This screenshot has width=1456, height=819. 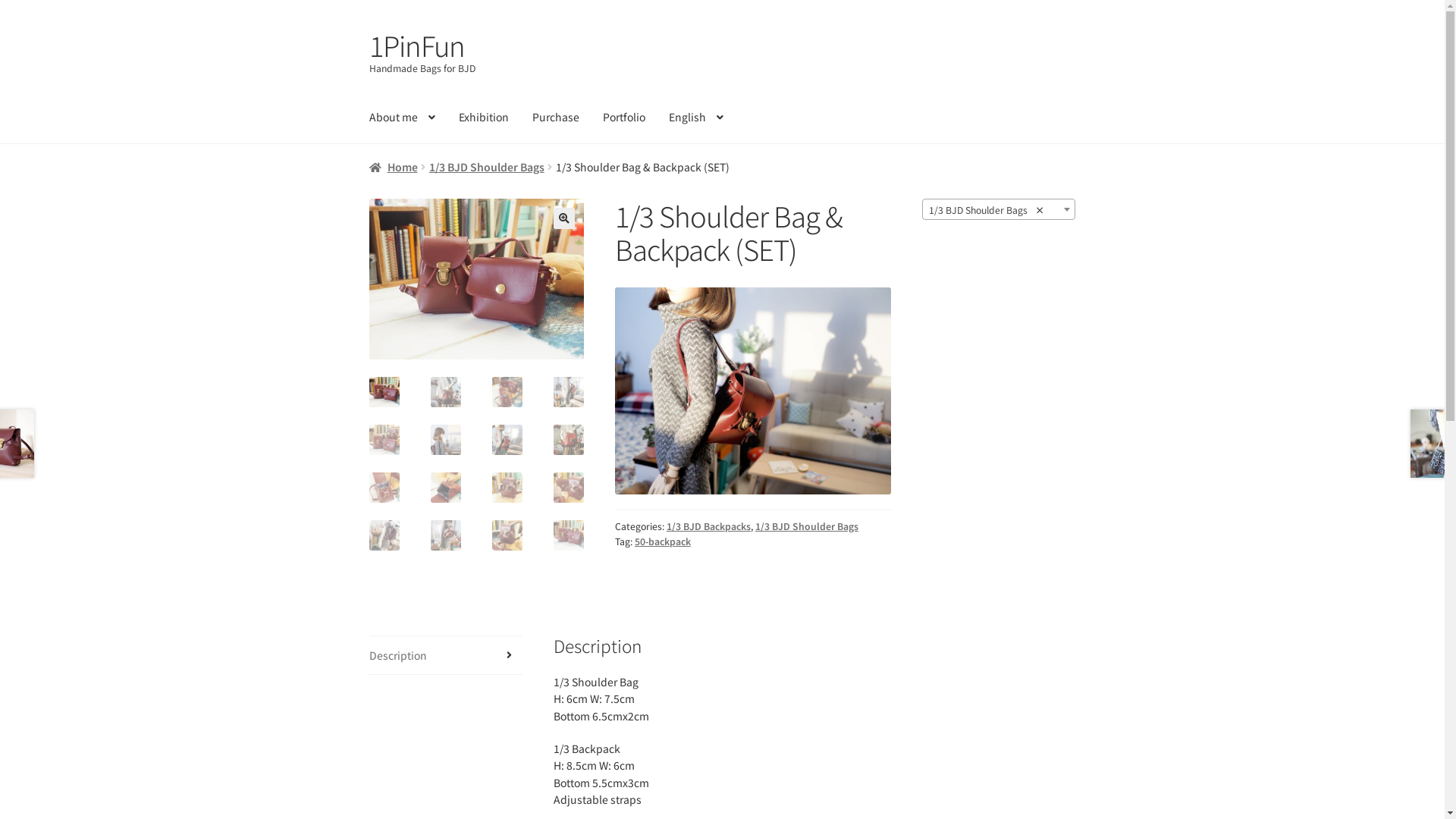 I want to click on 'Portfolio', so click(x=623, y=116).